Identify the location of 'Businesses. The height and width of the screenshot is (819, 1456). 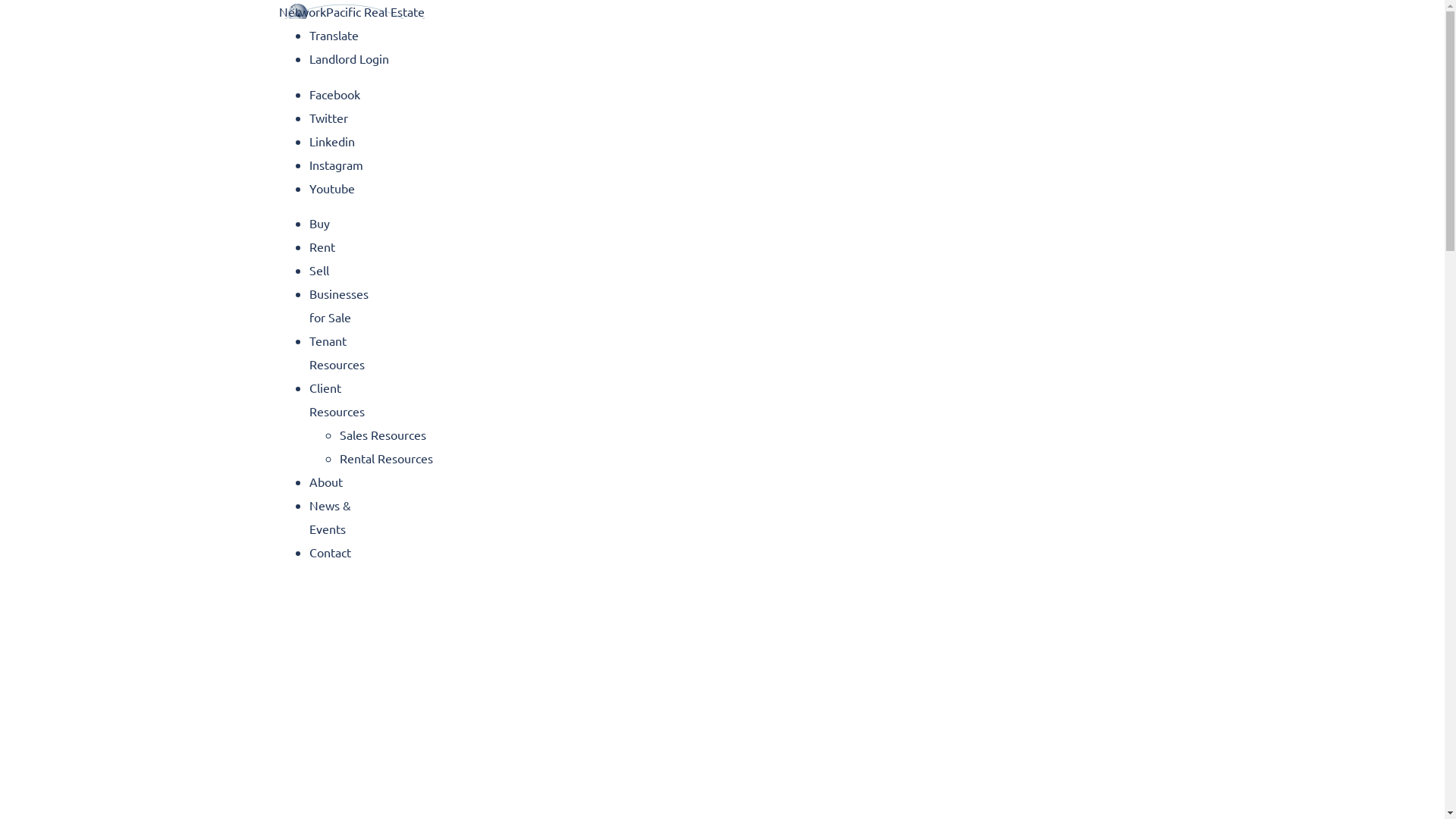
(309, 305).